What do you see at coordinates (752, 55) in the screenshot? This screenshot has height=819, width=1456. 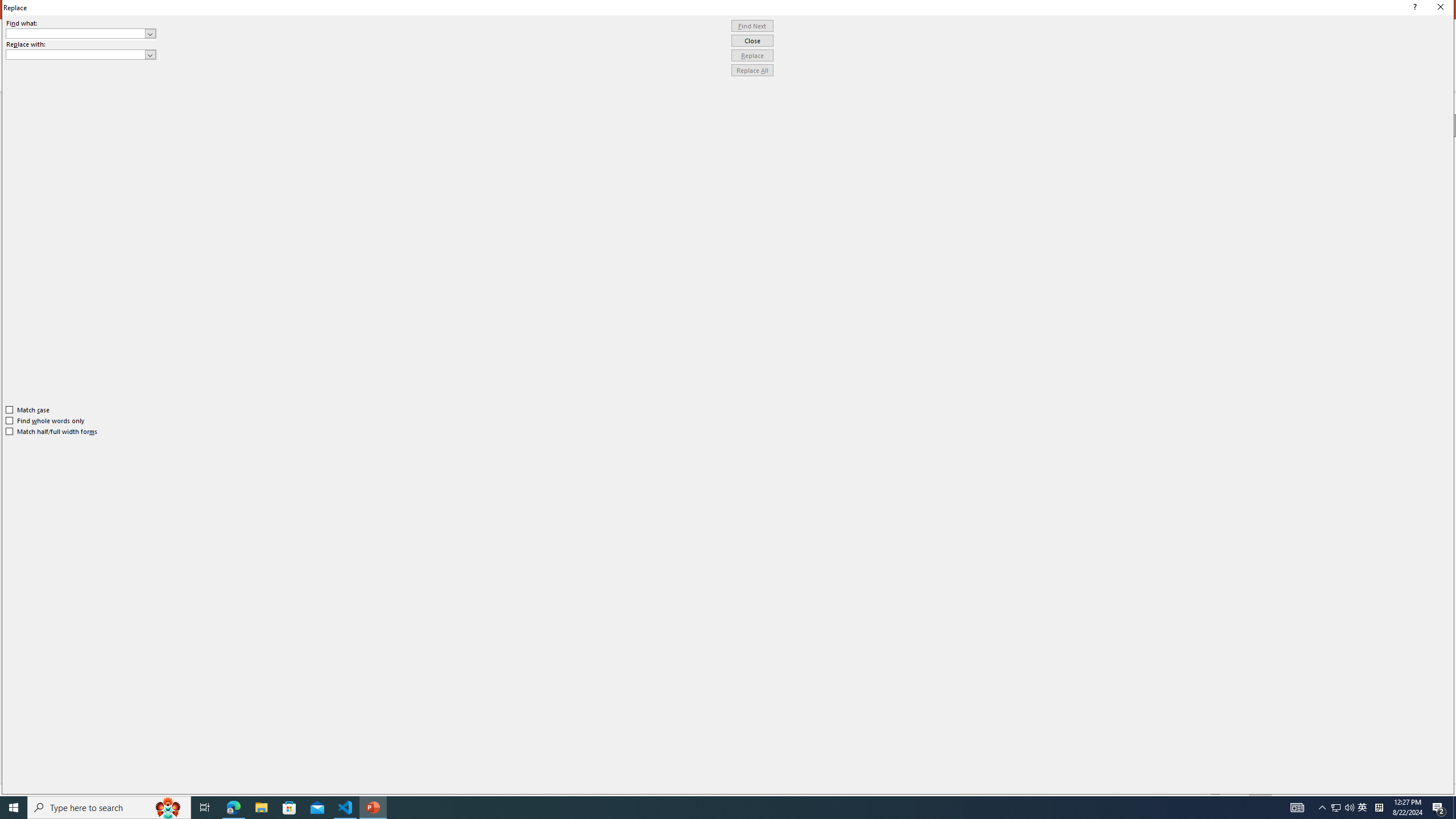 I see `'Replace'` at bounding box center [752, 55].